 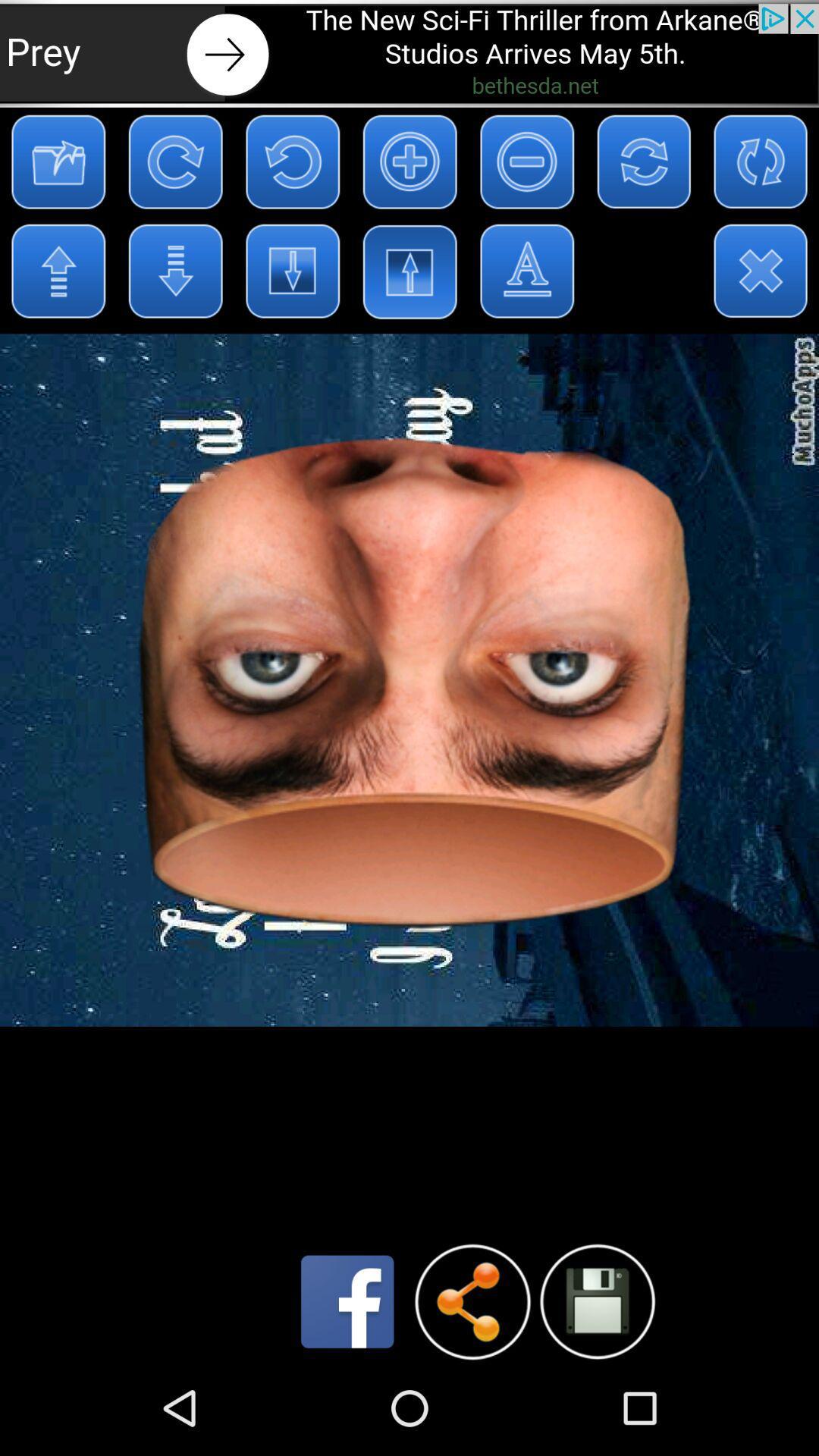 What do you see at coordinates (347, 1301) in the screenshot?
I see `facebook button` at bounding box center [347, 1301].